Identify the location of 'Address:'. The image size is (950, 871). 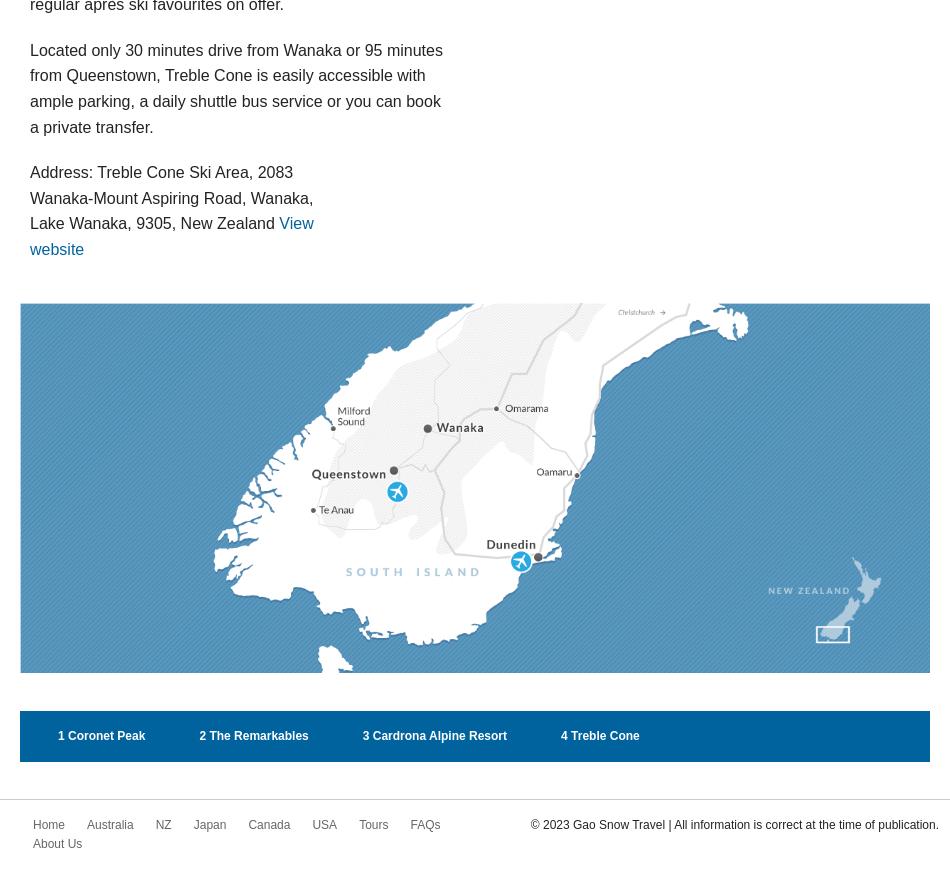
(61, 172).